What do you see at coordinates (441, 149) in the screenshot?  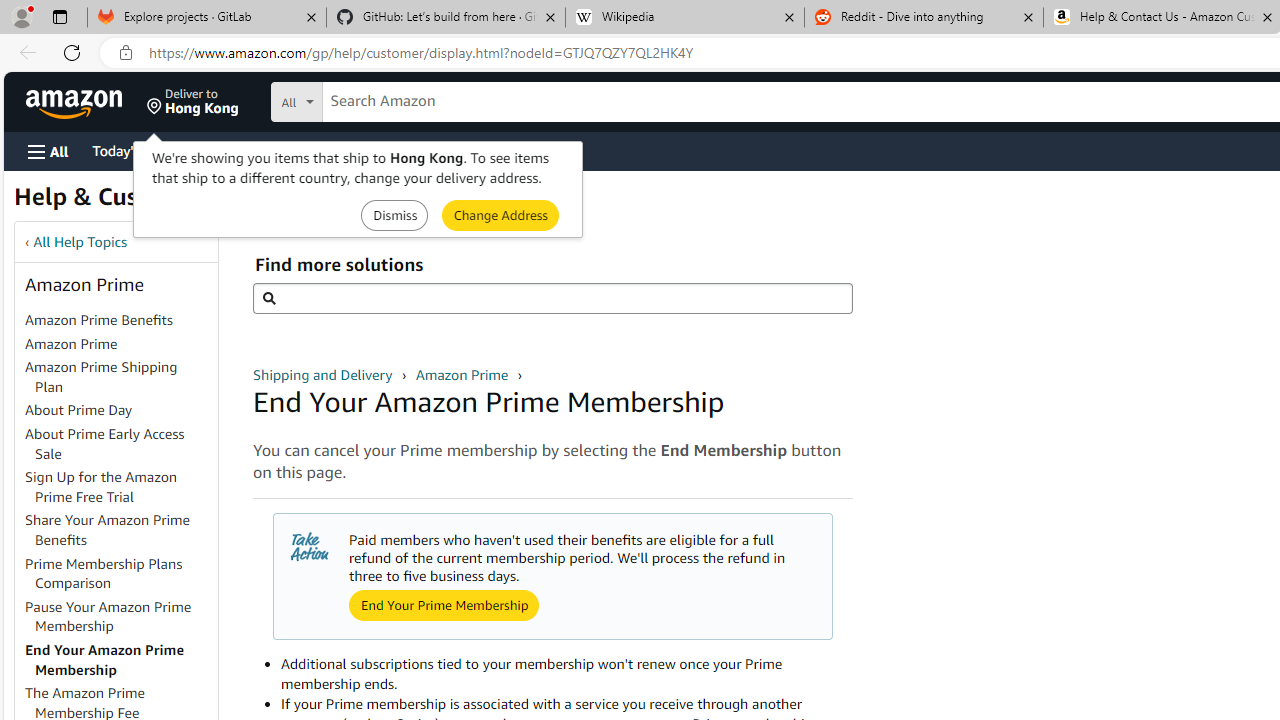 I see `'Gift Cards'` at bounding box center [441, 149].